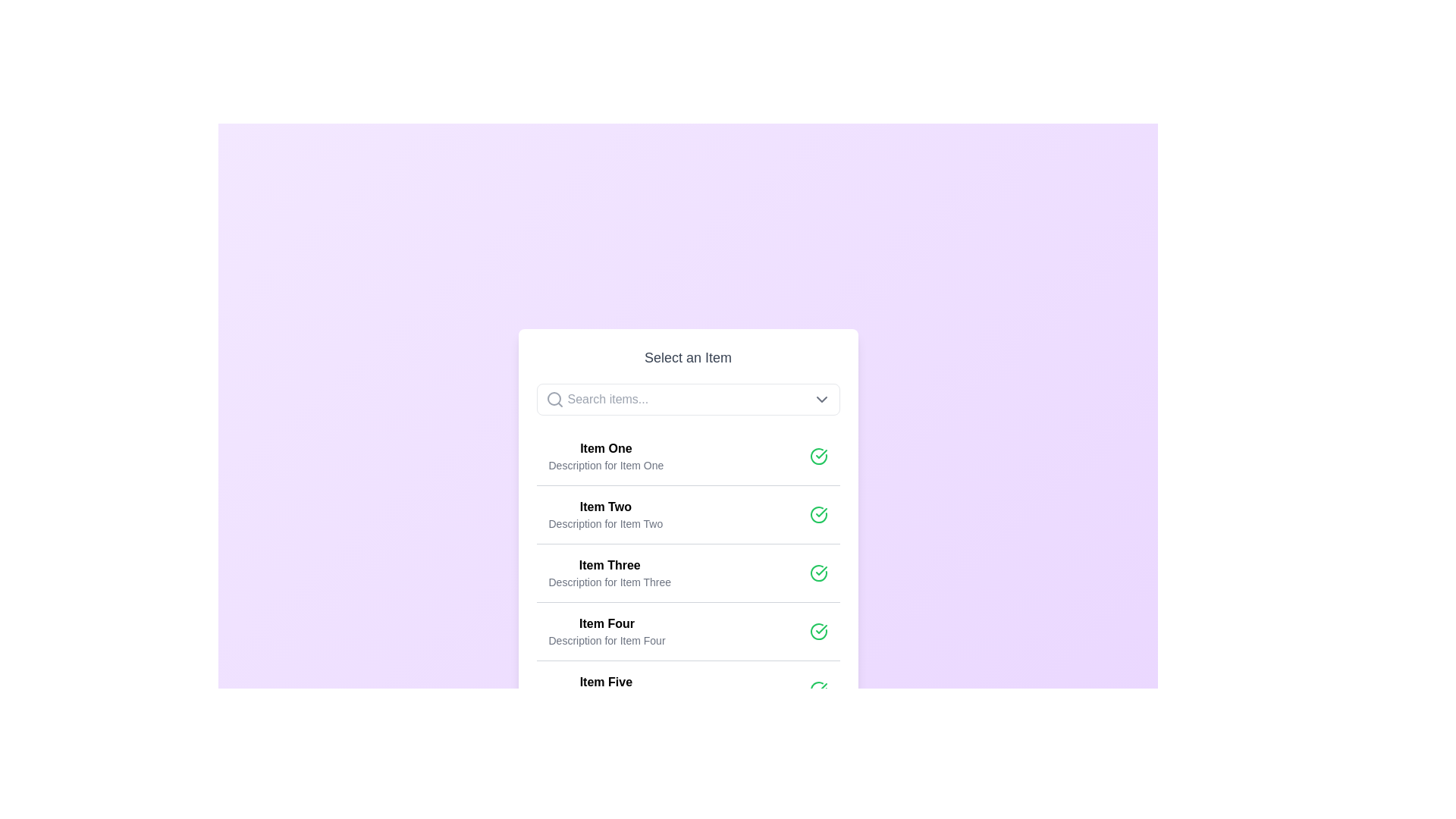  What do you see at coordinates (607, 623) in the screenshot?
I see `the bold, black-colored text label reading 'Item Four', which is the fourth item in a vertically aligned list within a modal interface` at bounding box center [607, 623].